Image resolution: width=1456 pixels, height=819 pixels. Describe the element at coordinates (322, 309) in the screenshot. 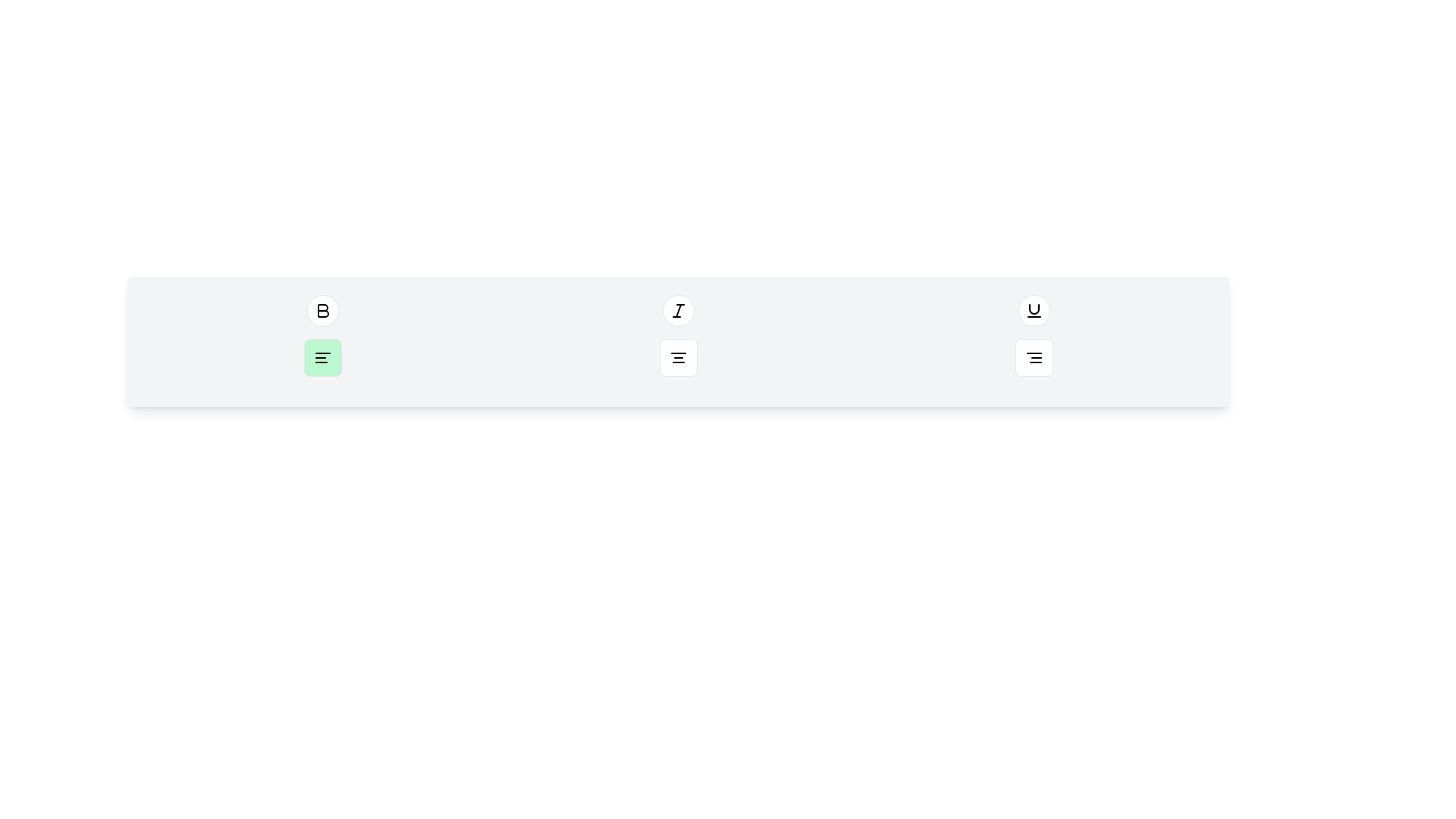

I see `the circular button with a bold 'B' icon` at that location.